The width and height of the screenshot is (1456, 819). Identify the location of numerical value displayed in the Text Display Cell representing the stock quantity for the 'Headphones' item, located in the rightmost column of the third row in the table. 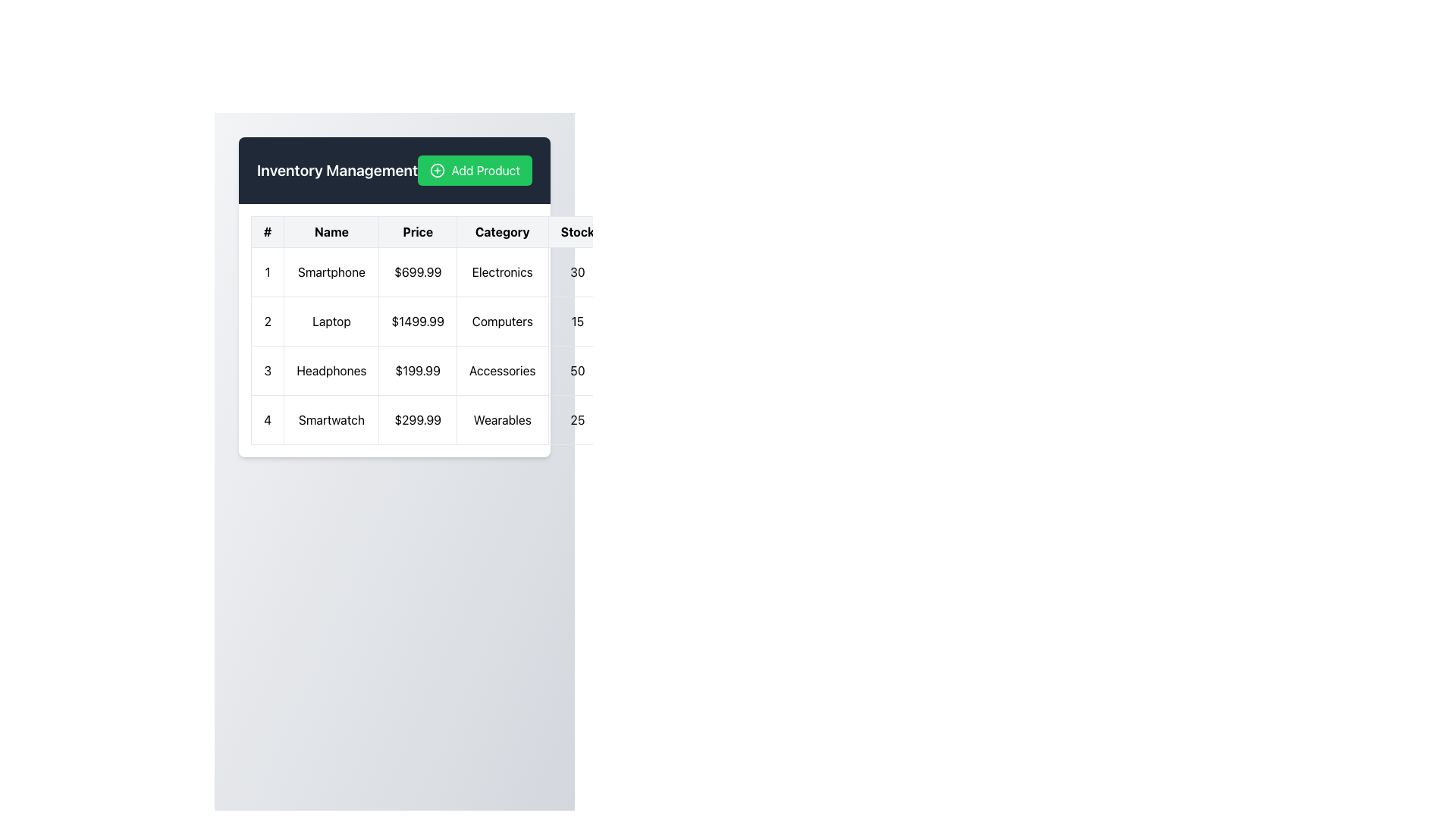
(576, 371).